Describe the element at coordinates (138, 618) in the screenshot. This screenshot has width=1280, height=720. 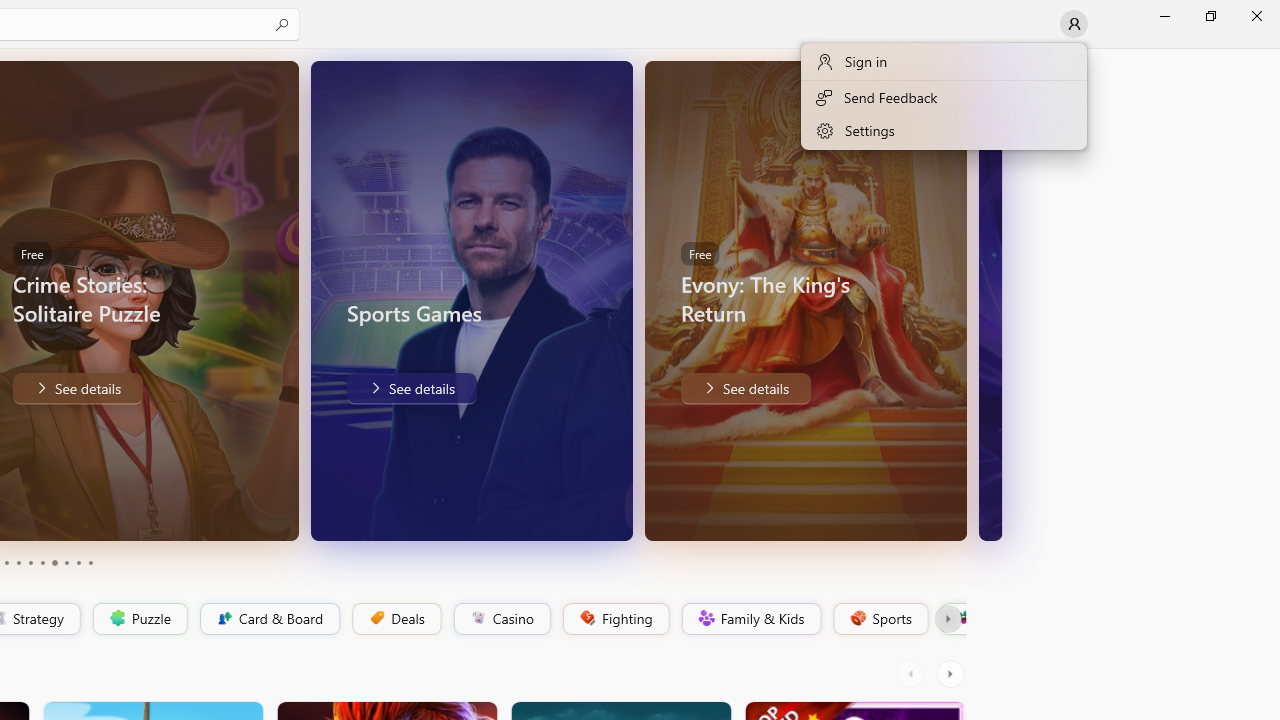
I see `'Puzzle'` at that location.